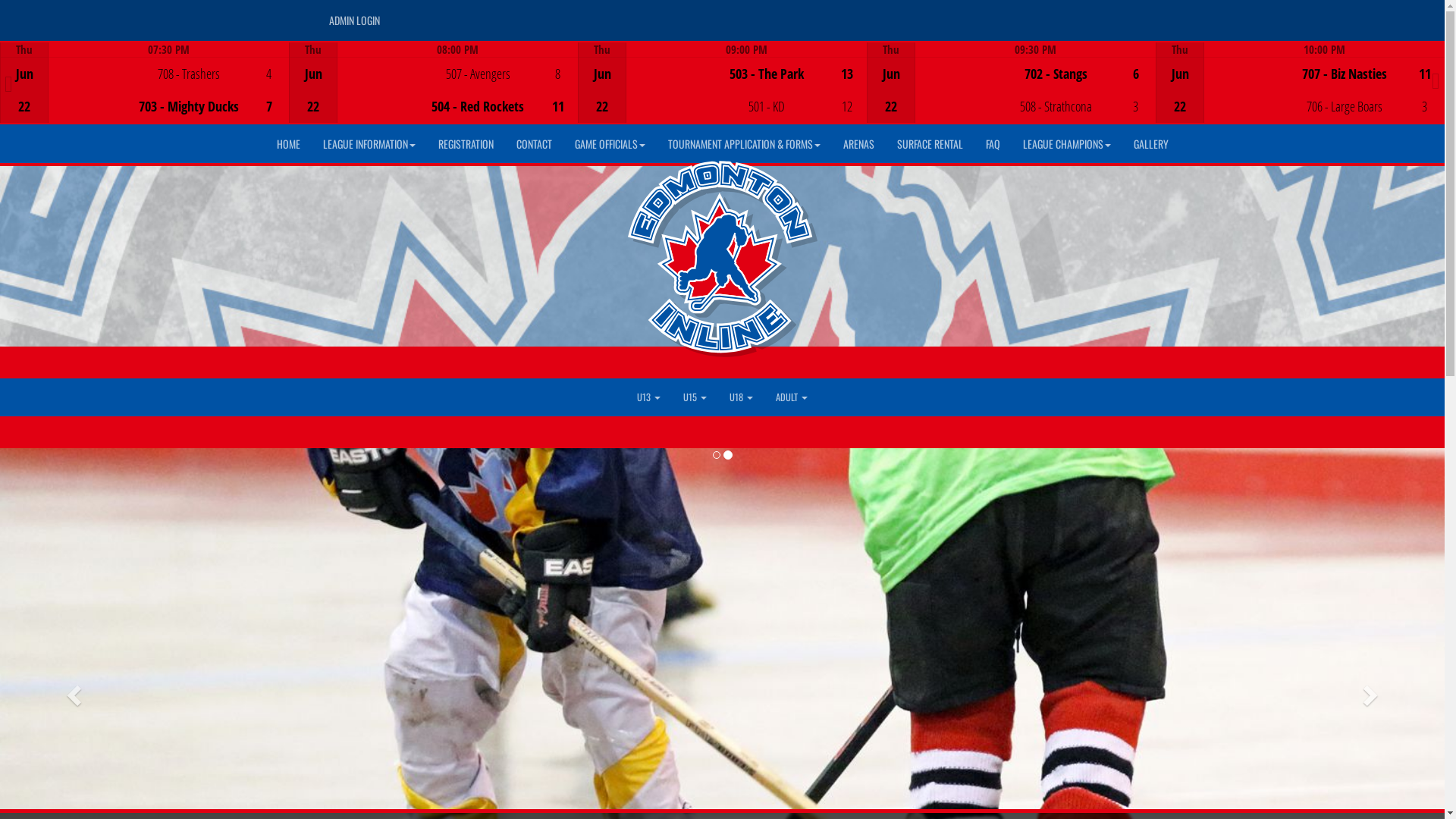 This screenshot has height=819, width=1456. What do you see at coordinates (288, 143) in the screenshot?
I see `'HOME'` at bounding box center [288, 143].